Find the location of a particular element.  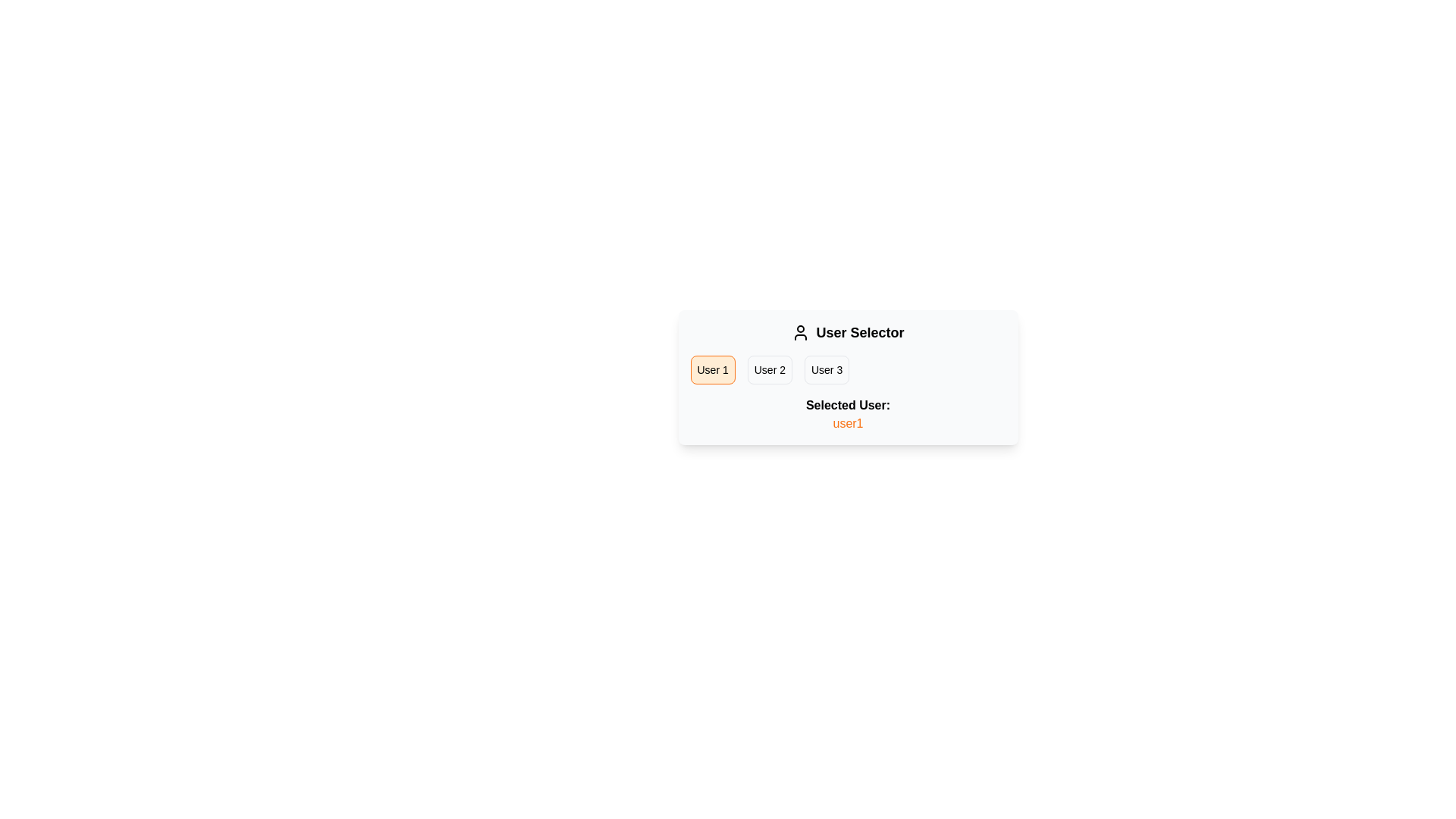

the button labeled 'User 3' is located at coordinates (826, 370).